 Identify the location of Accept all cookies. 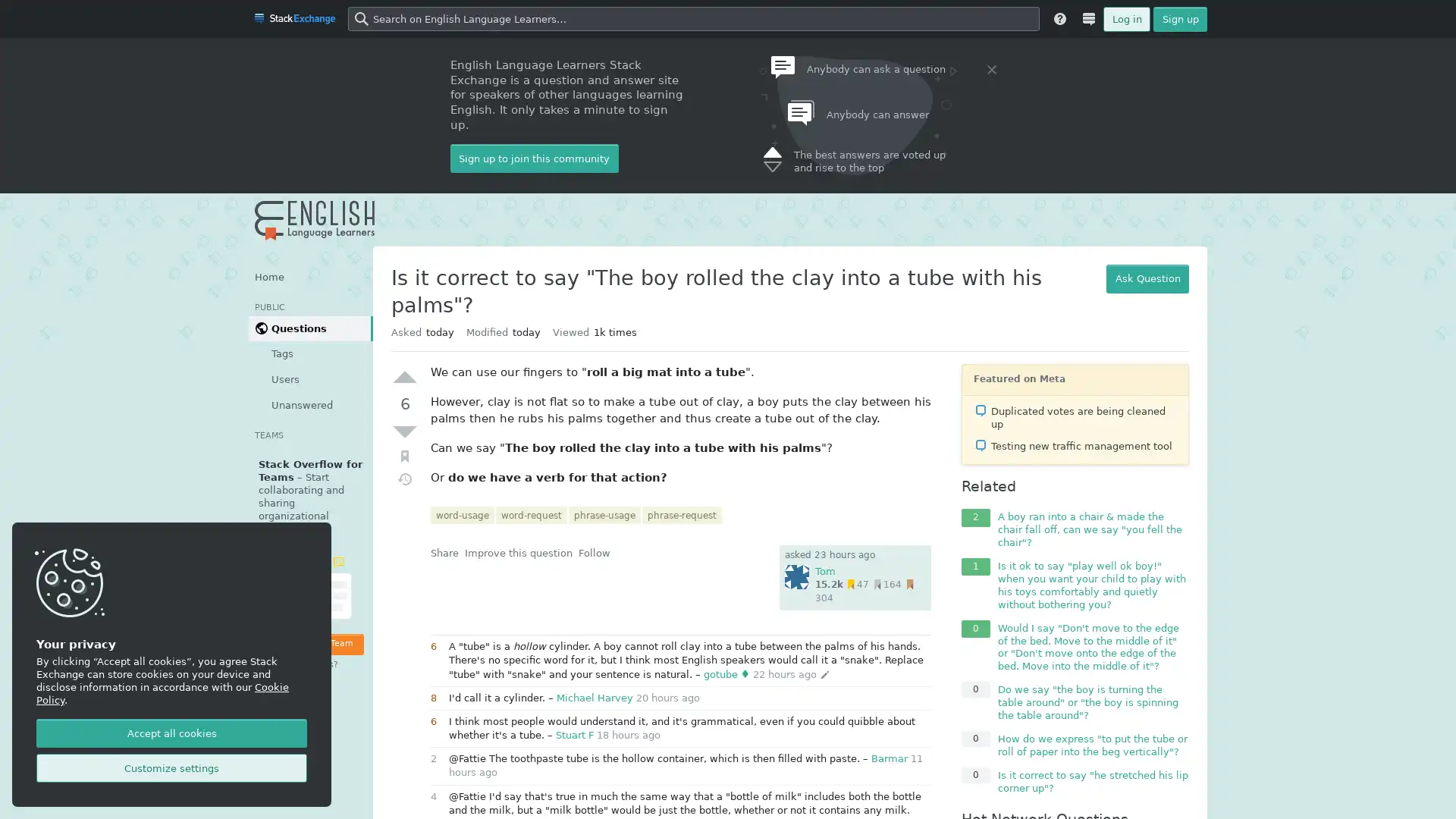
(171, 733).